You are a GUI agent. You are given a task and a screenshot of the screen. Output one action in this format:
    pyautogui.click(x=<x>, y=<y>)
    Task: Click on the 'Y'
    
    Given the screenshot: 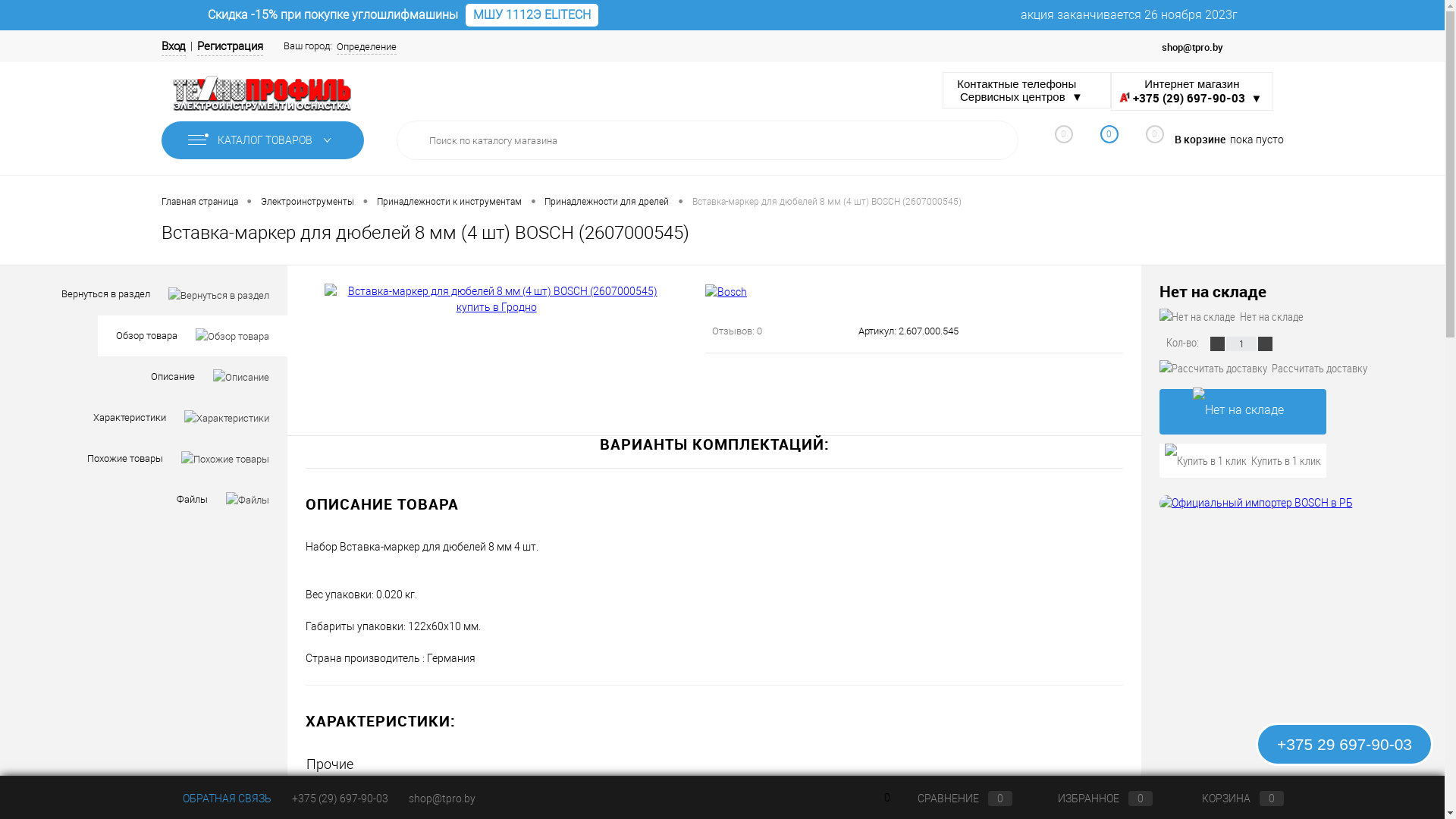 What is the action you would take?
    pyautogui.click(x=996, y=140)
    